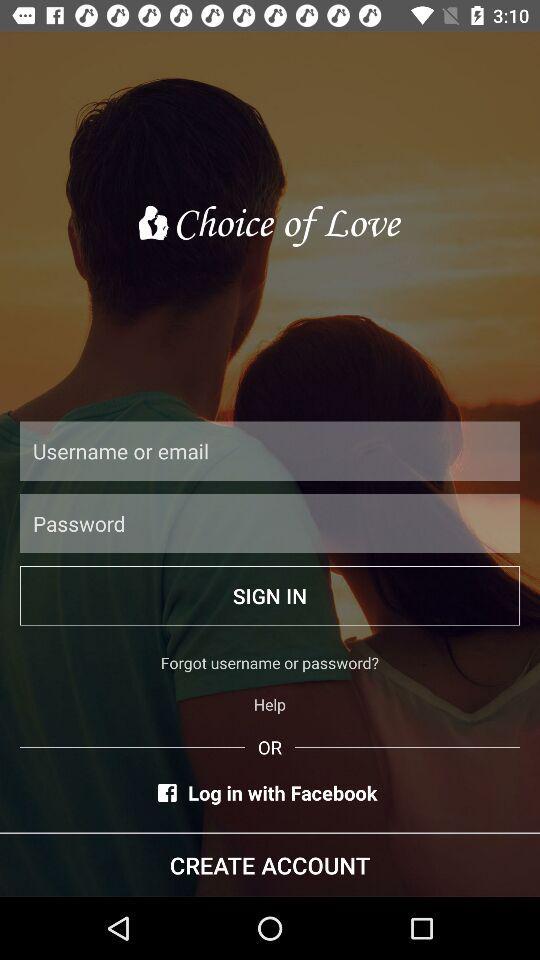 This screenshot has width=540, height=960. What do you see at coordinates (269, 792) in the screenshot?
I see `icon below or` at bounding box center [269, 792].